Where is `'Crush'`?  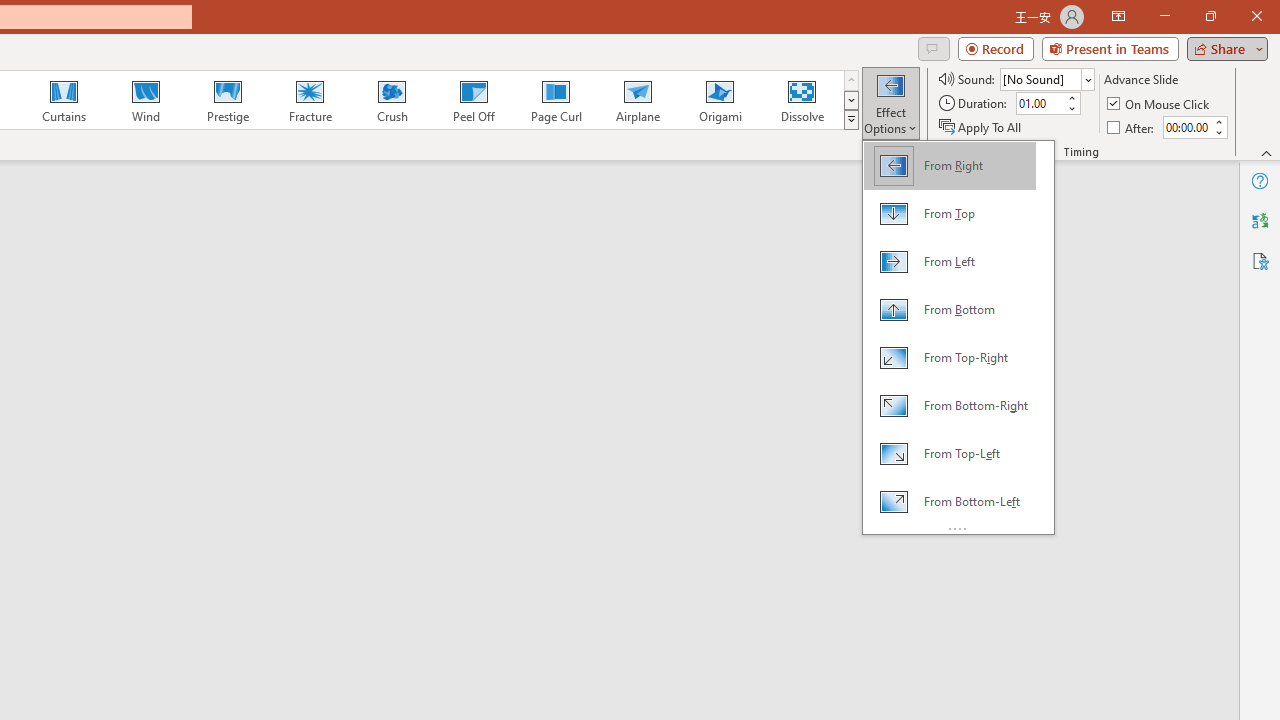 'Crush' is located at coordinates (391, 100).